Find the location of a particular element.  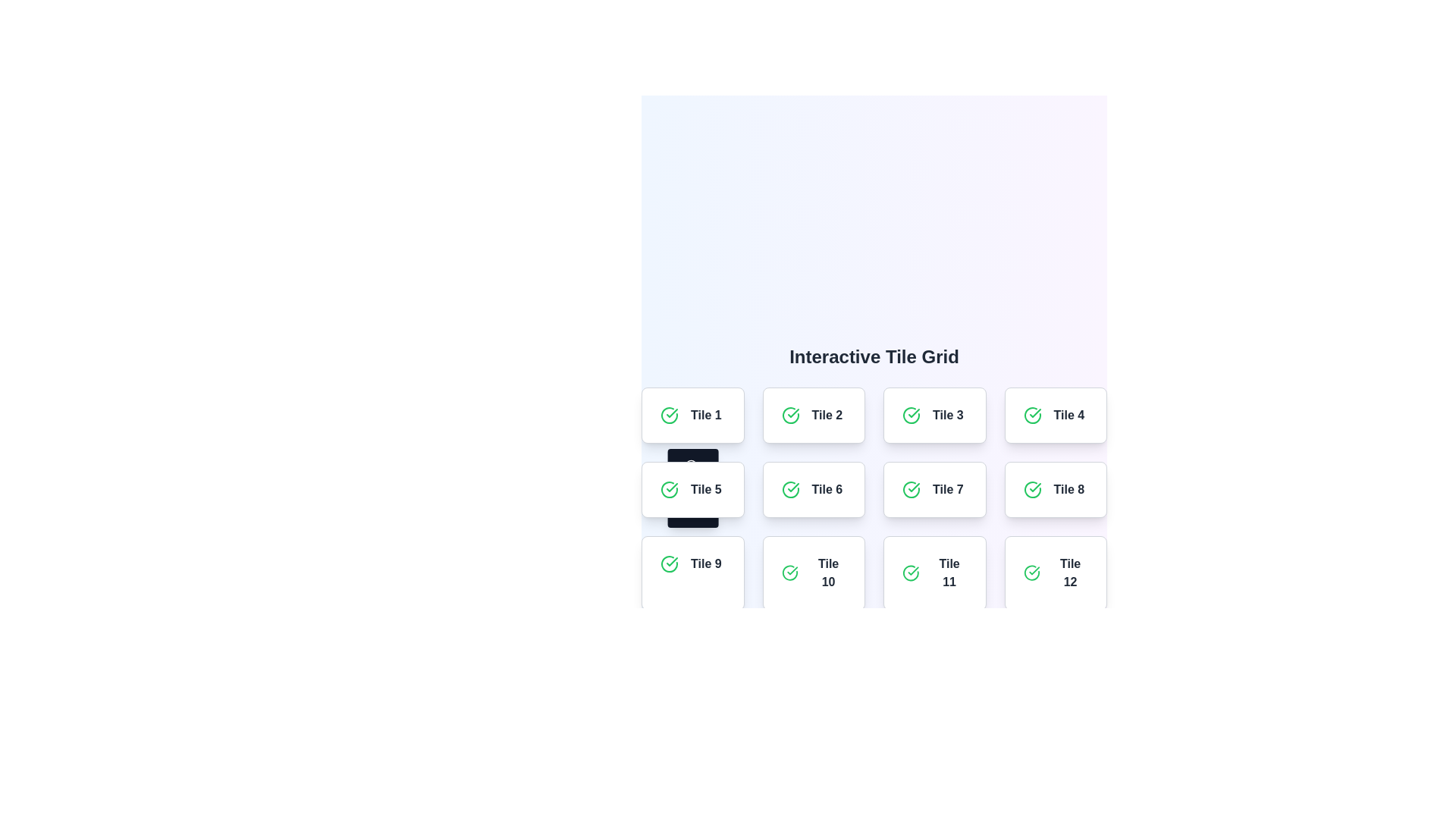

the green circular checkmark icon located in the top-left corner of 'Tile 11', which denotes success or completion is located at coordinates (910, 573).